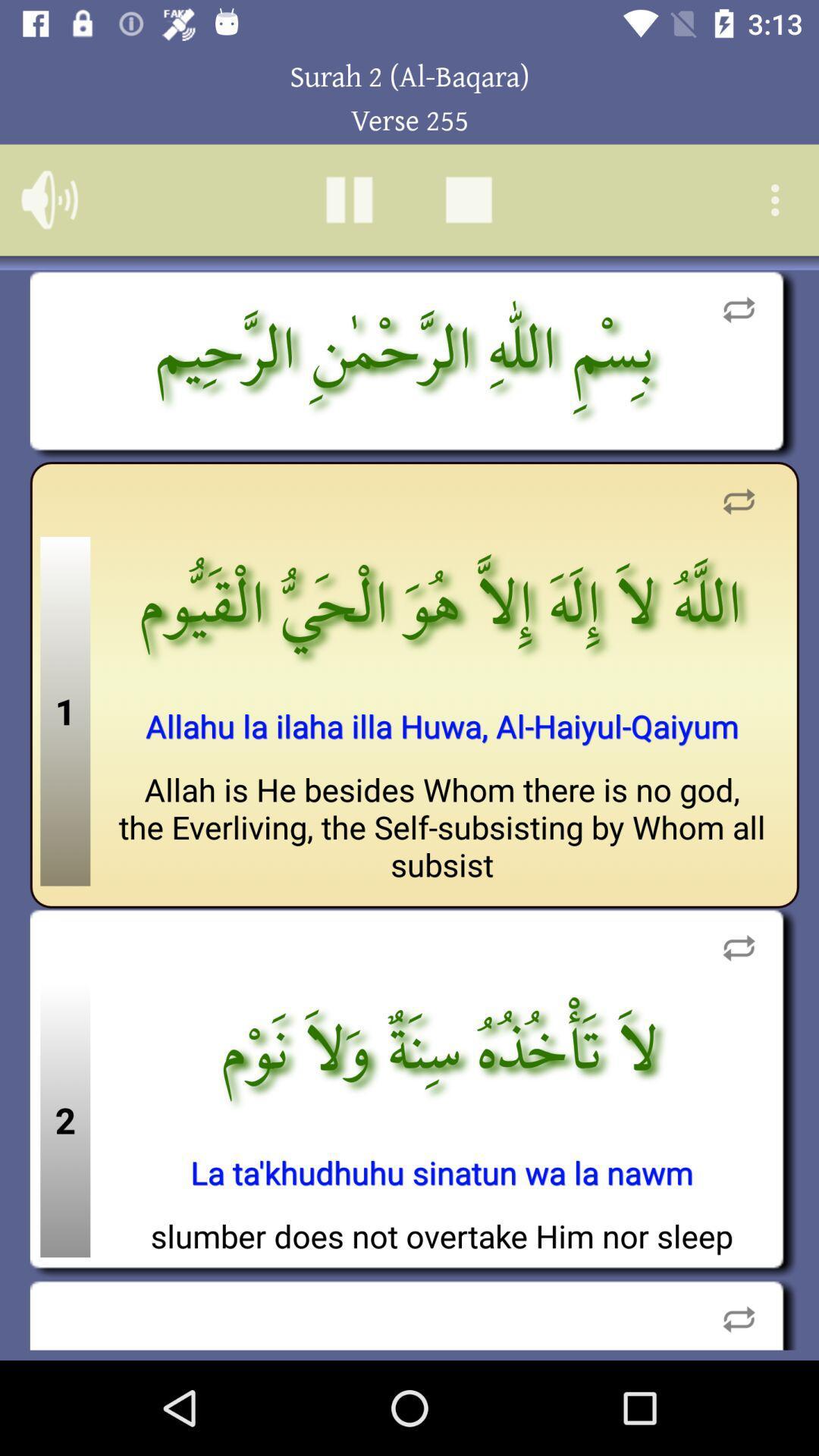  I want to click on stop scrolling, so click(468, 199).